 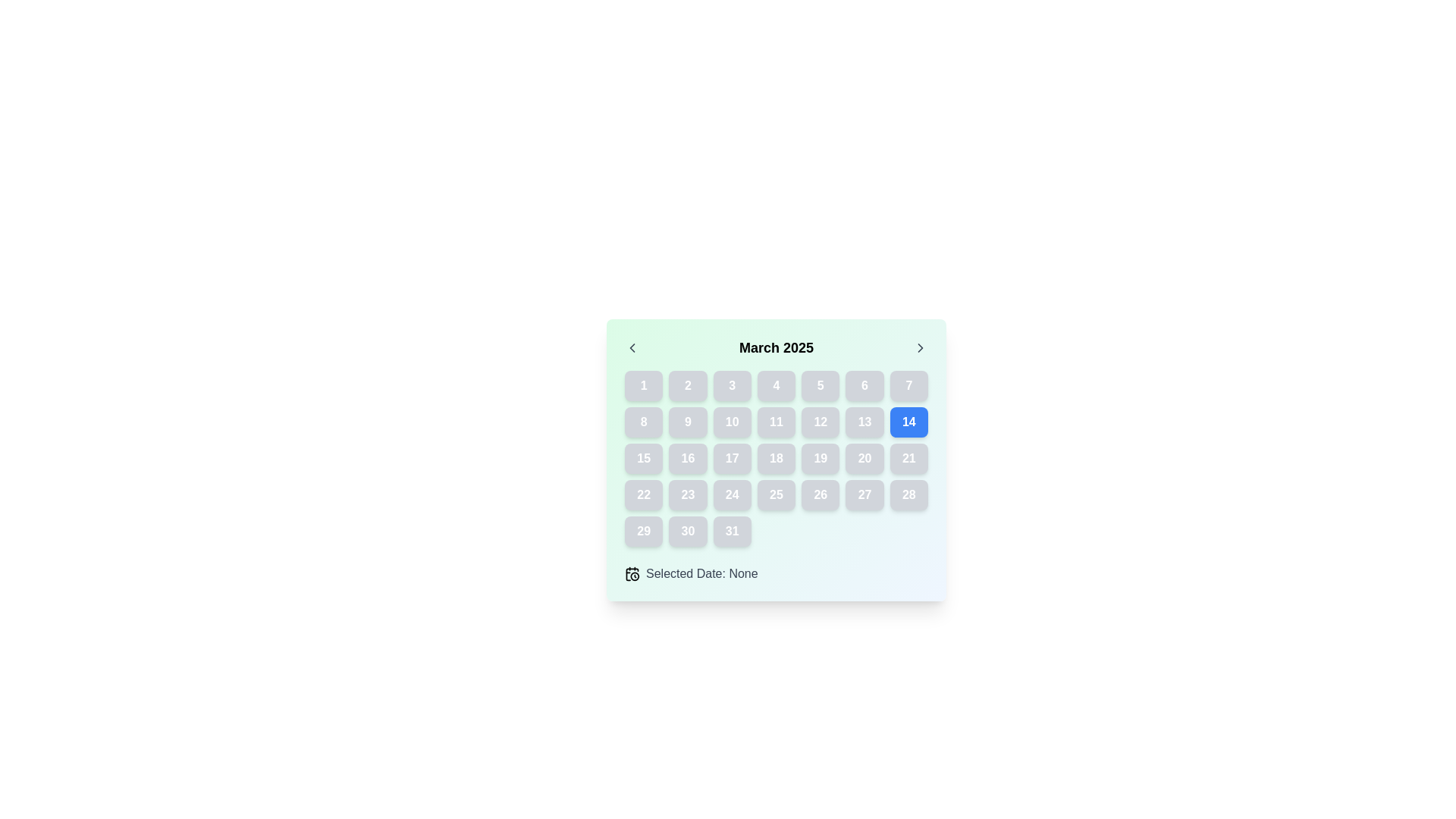 I want to click on the date selection button located in the last row of the calendar widget, so click(x=644, y=531).